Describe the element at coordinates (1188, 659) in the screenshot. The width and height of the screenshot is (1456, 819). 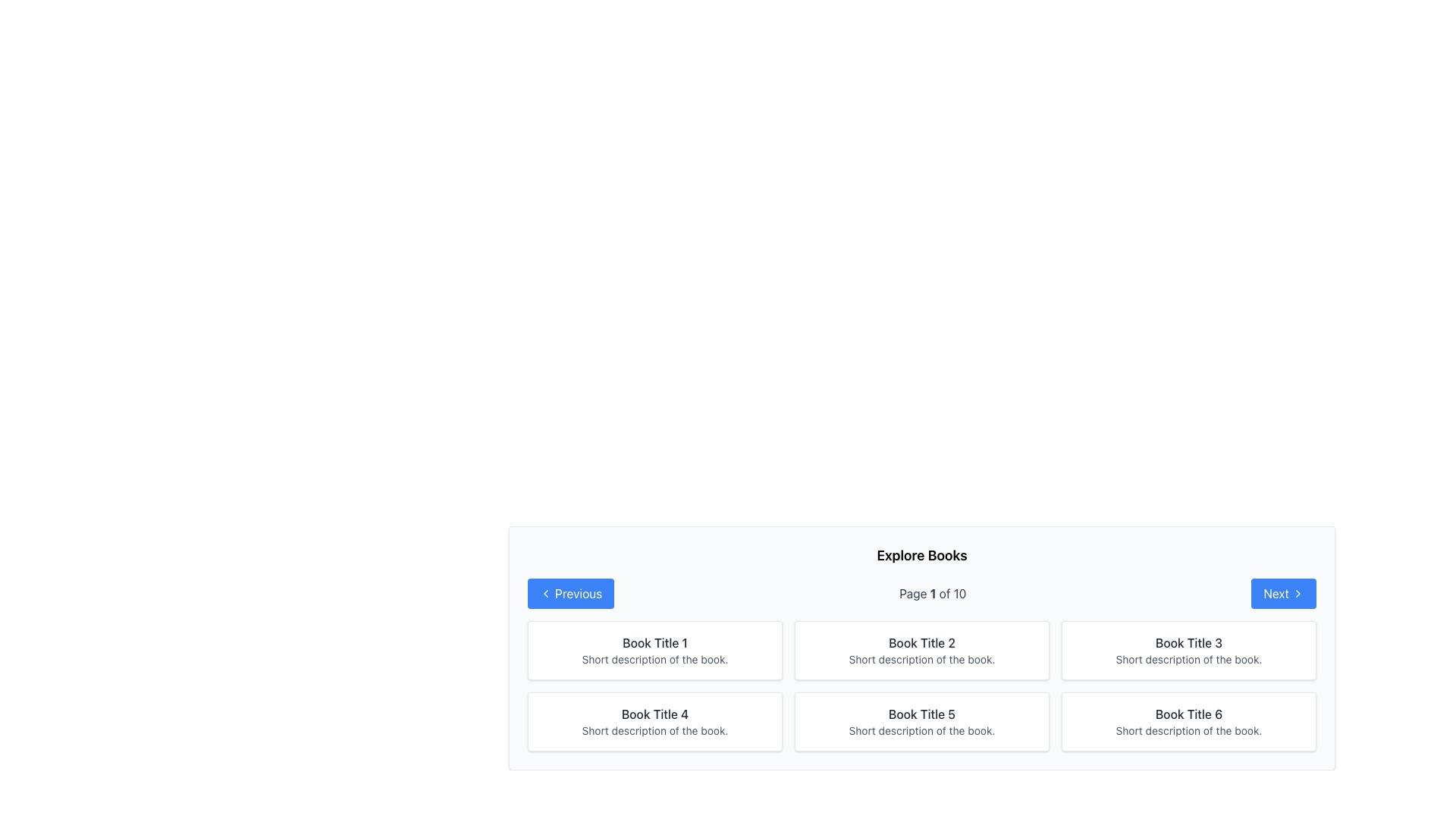
I see `the static text label providing a brief description about the book titled 'Book Title 3', located in the top-right book card of the 'Explore Books' UI section` at that location.